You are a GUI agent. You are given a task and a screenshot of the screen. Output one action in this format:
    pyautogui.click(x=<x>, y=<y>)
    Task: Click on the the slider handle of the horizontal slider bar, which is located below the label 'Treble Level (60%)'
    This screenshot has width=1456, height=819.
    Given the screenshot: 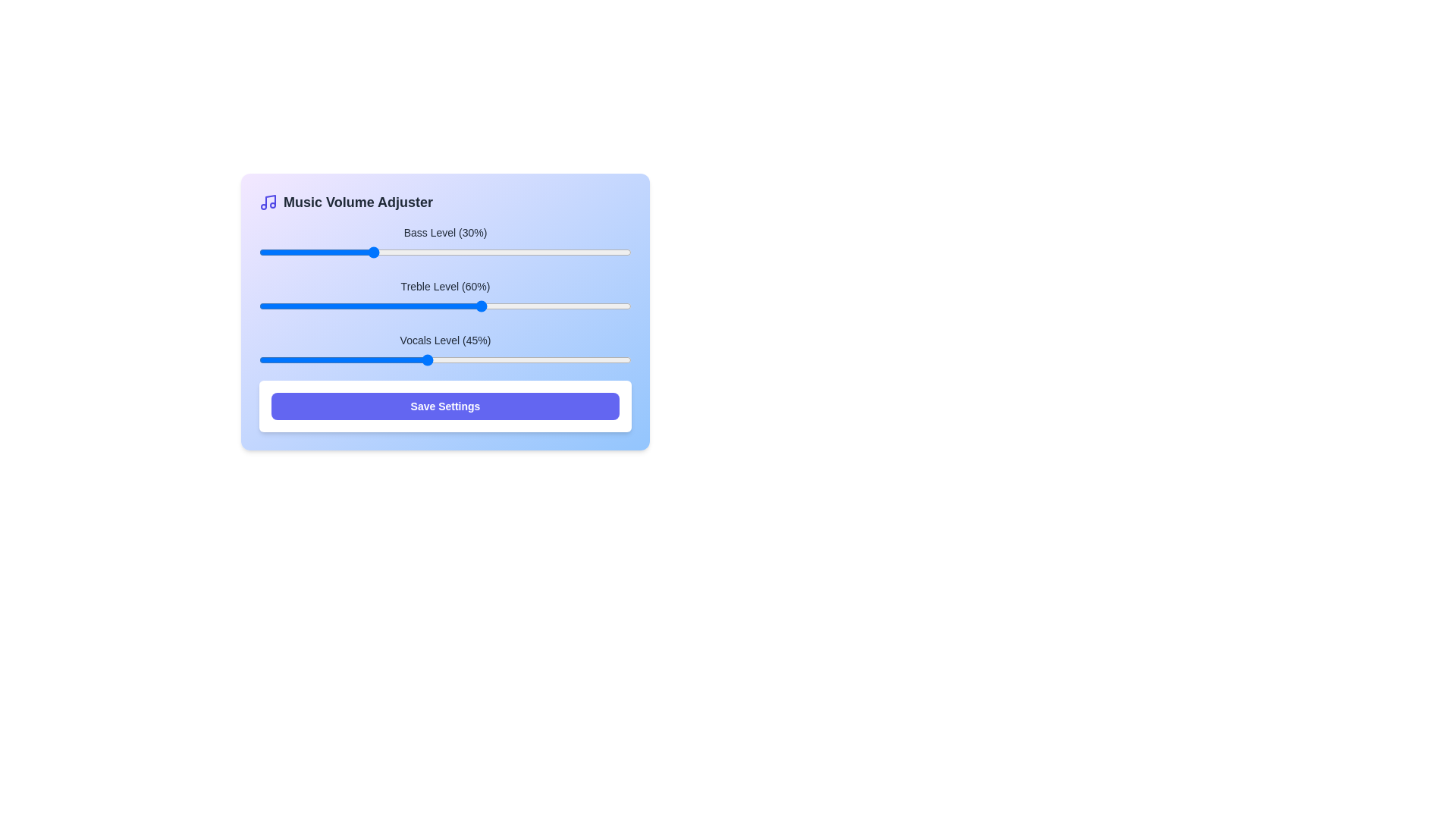 What is the action you would take?
    pyautogui.click(x=444, y=306)
    